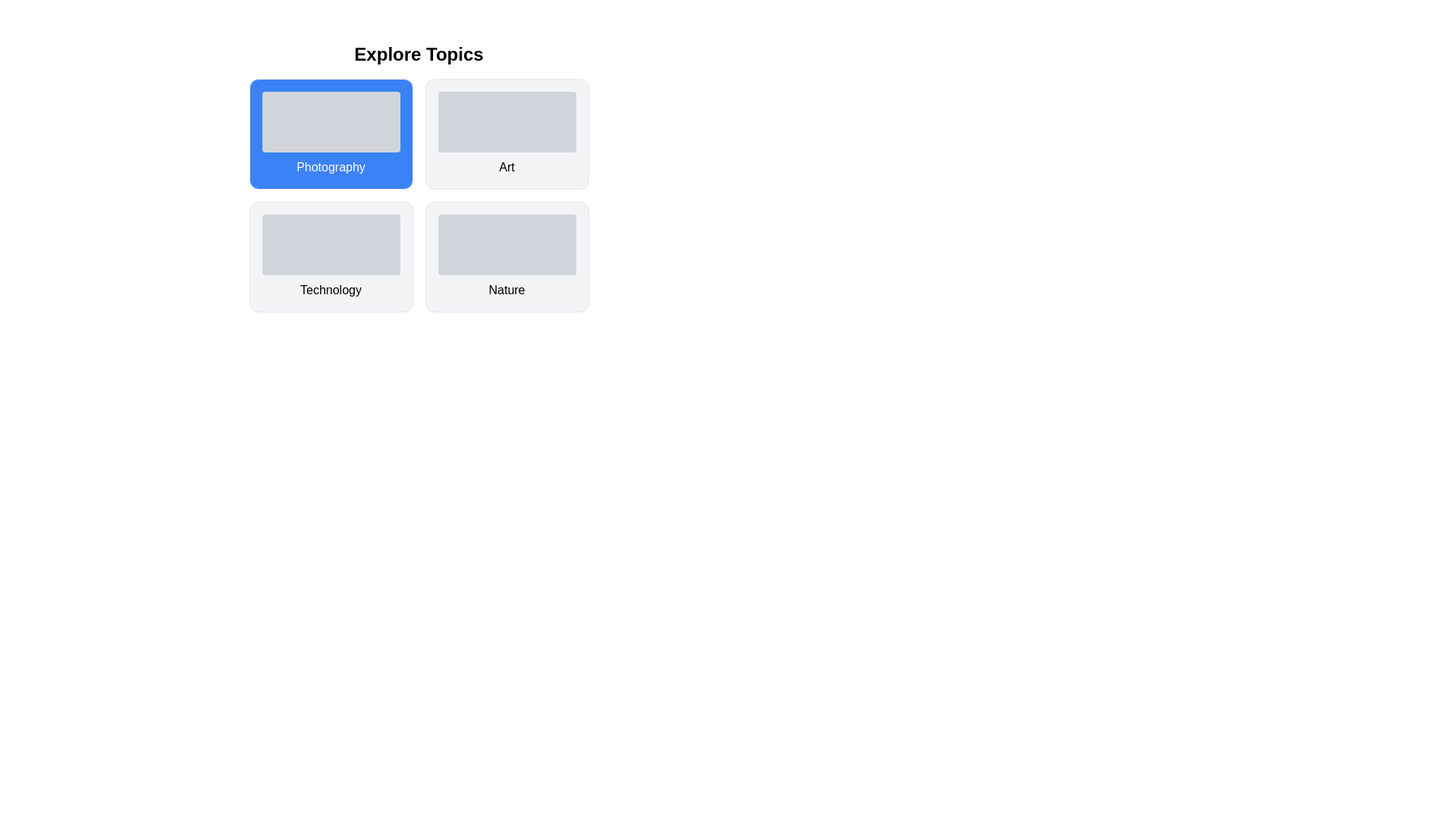 This screenshot has width=1456, height=819. Describe the element at coordinates (330, 256) in the screenshot. I see `the card labeled Technology` at that location.